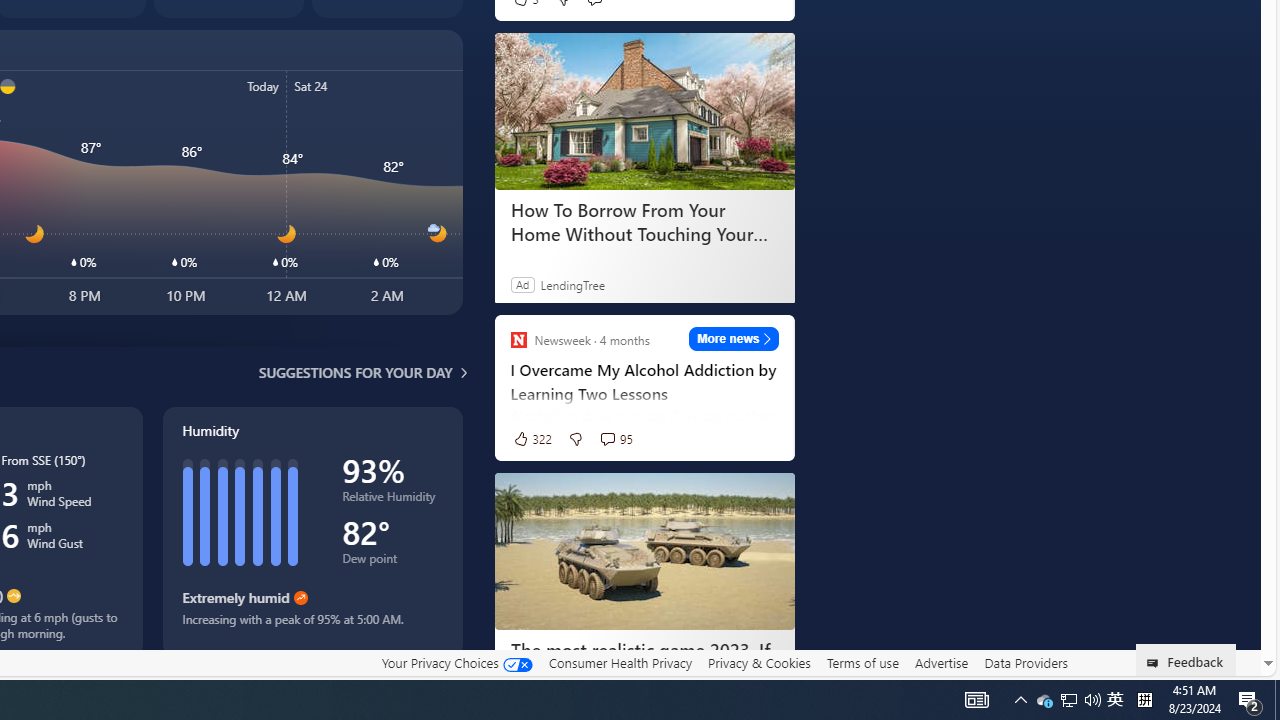 Image resolution: width=1280 pixels, height=720 pixels. I want to click on 'Advertise', so click(940, 662).